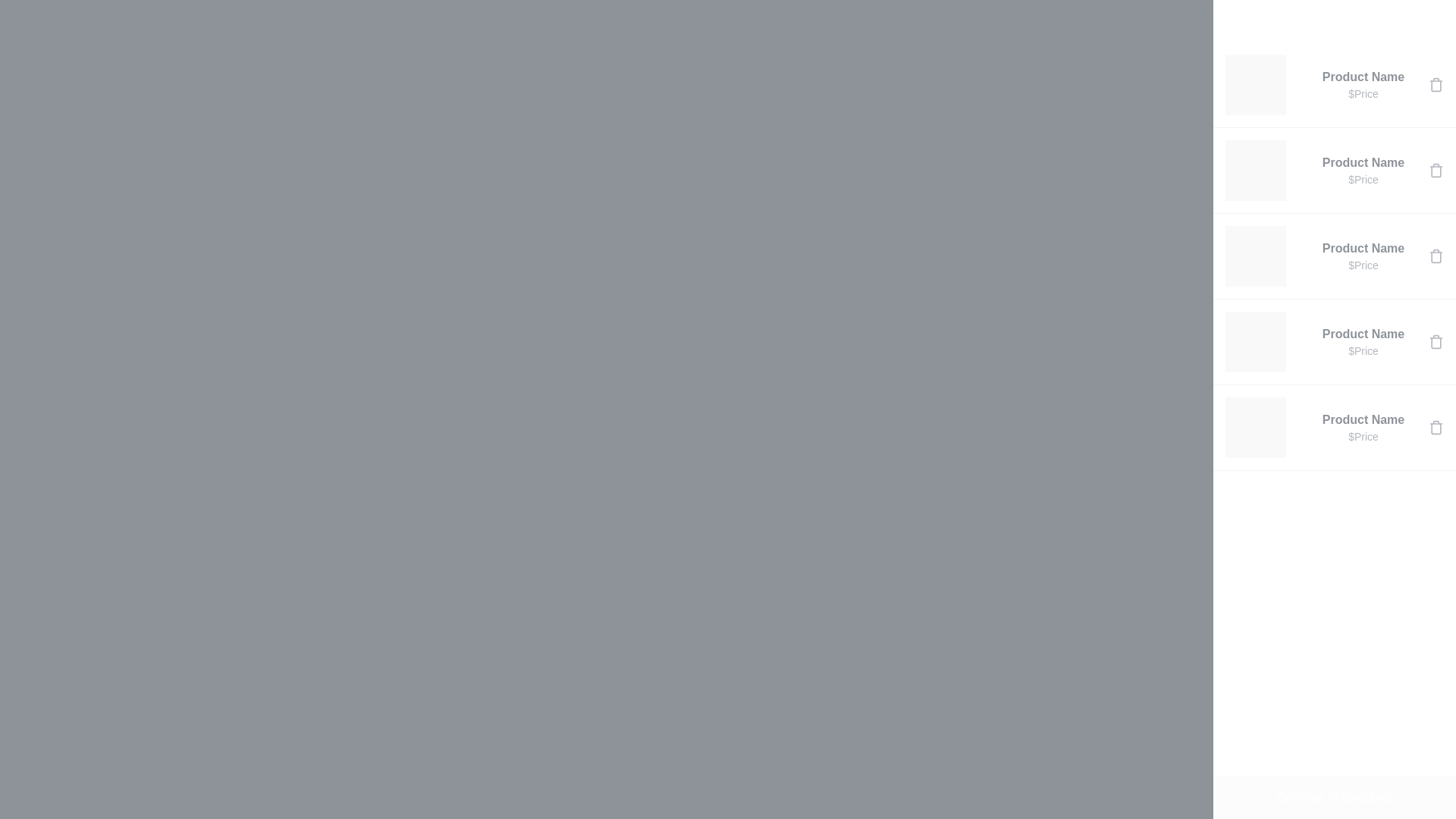  What do you see at coordinates (1256, 84) in the screenshot?
I see `the gray square image placeholder located at the top-left corner of a product item in the listing` at bounding box center [1256, 84].